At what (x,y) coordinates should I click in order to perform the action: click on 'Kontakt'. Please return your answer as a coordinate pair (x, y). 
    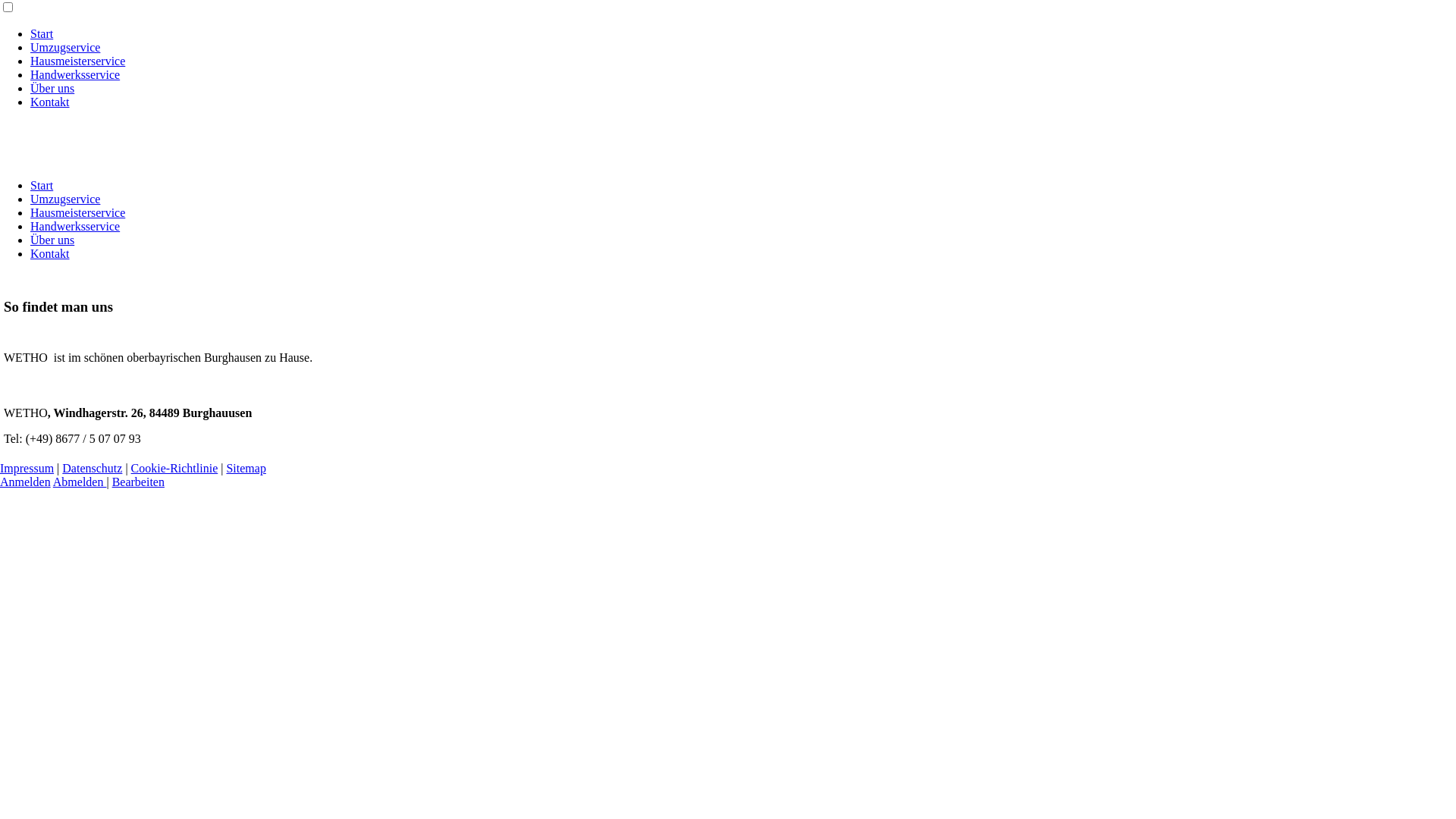
    Looking at the image, I should click on (50, 102).